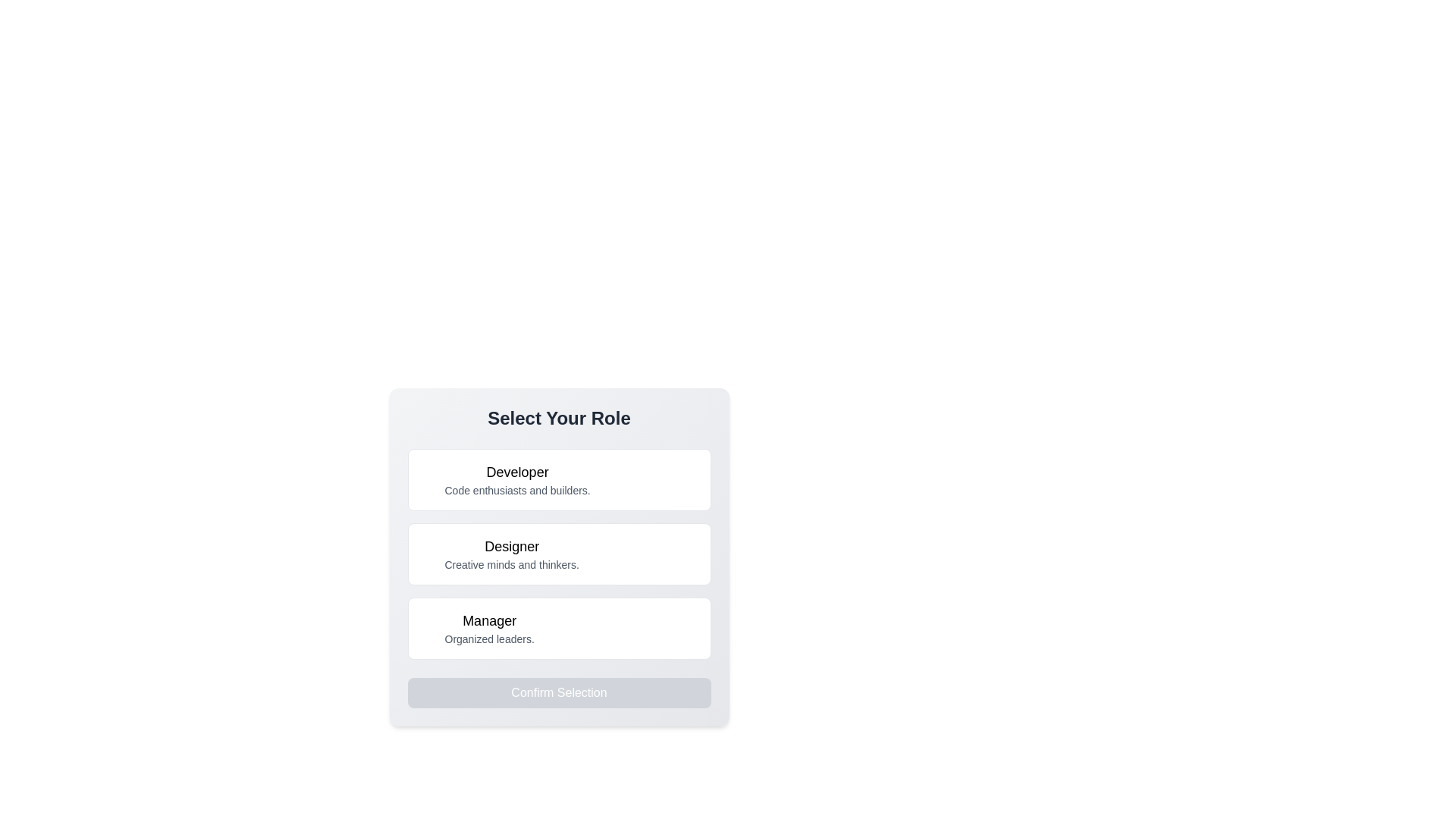 This screenshot has height=819, width=1456. What do you see at coordinates (512, 547) in the screenshot?
I see `the Text Label for the role selection, which is positioned above the descriptive phrase` at bounding box center [512, 547].